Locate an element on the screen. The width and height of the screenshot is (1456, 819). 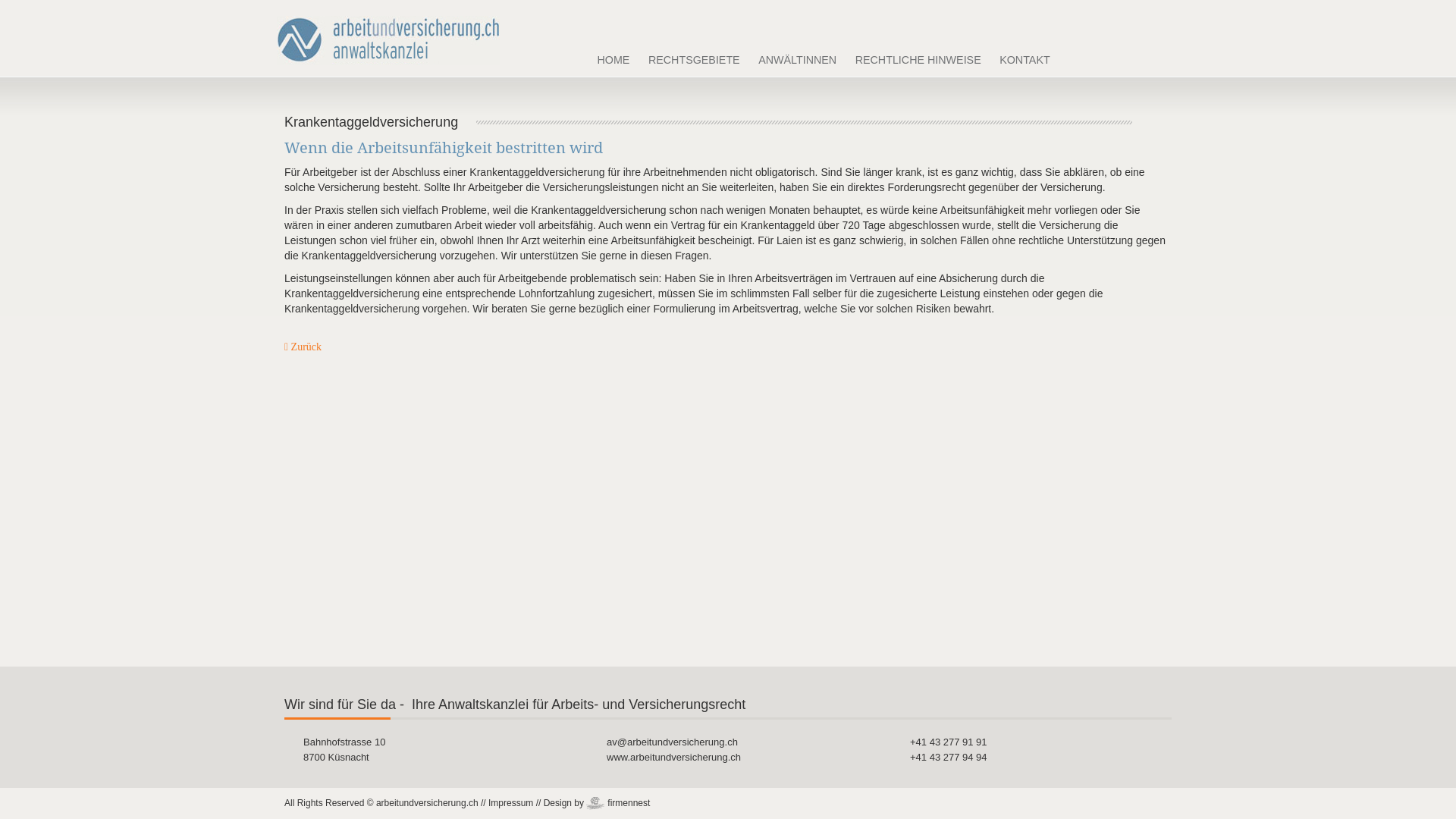
'HOME' is located at coordinates (613, 59).